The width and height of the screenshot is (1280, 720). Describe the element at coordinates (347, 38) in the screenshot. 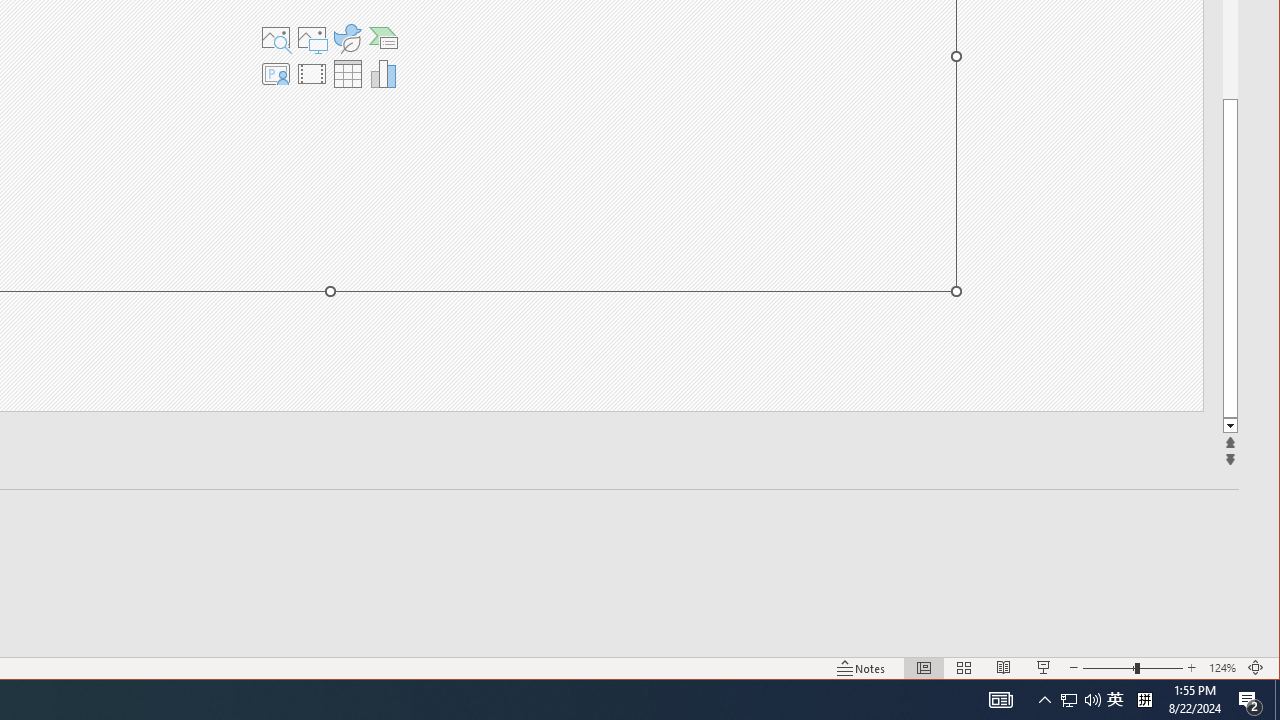

I see `'Insert an Icon'` at that location.